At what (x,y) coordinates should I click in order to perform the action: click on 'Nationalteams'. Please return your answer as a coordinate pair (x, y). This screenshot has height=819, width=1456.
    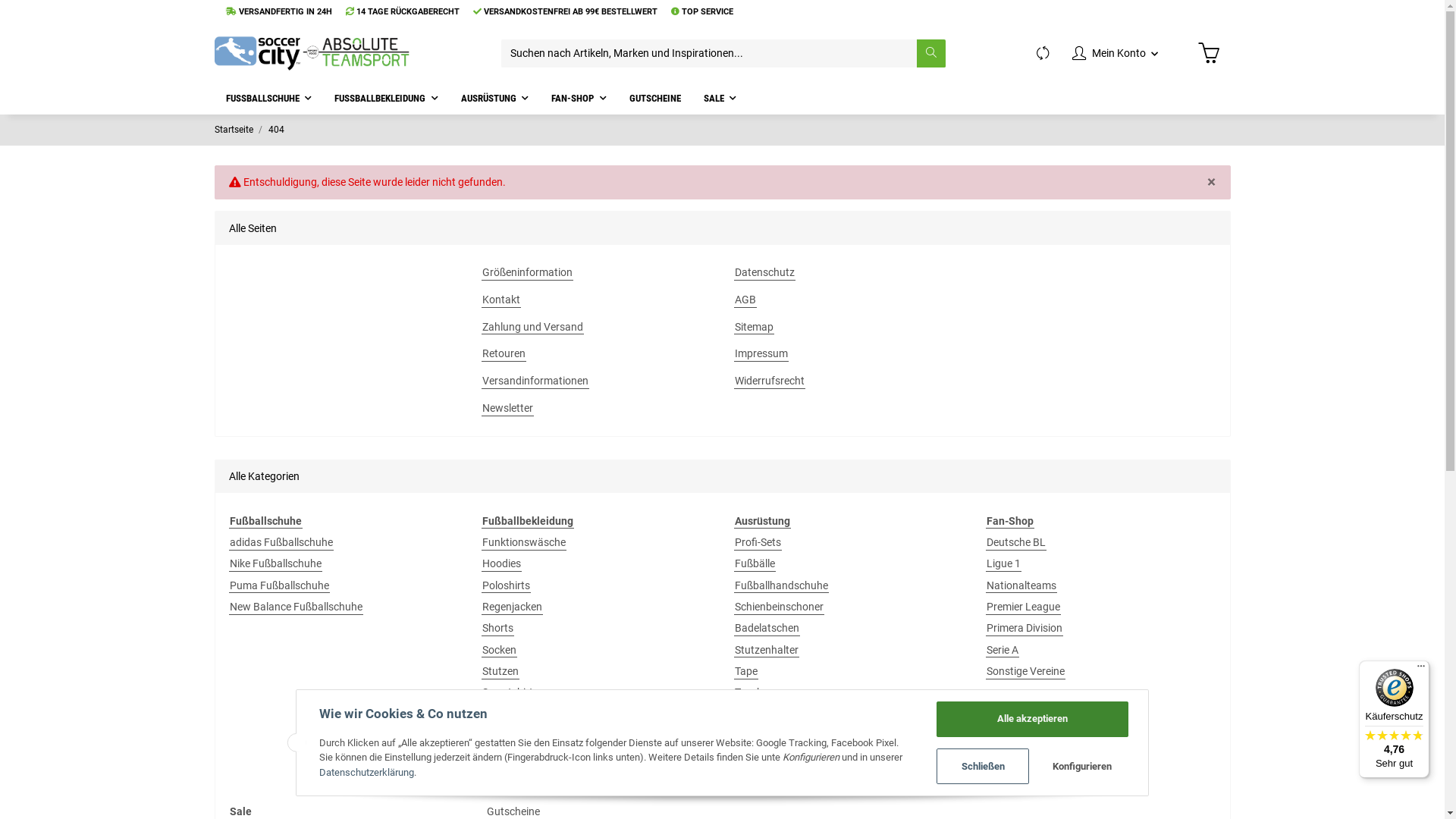
    Looking at the image, I should click on (986, 585).